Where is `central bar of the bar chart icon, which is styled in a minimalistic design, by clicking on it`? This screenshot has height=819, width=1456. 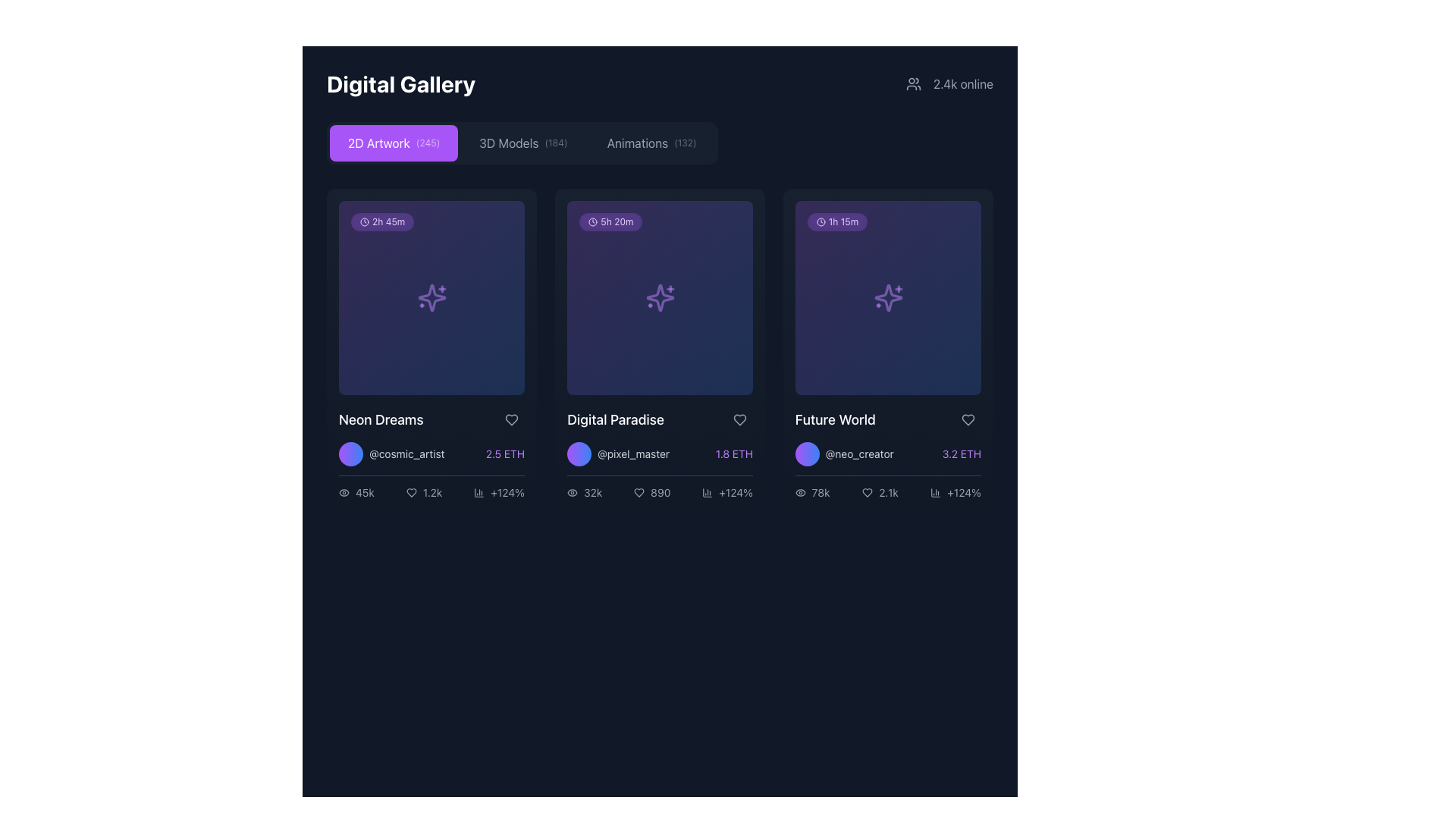 central bar of the bar chart icon, which is styled in a minimalistic design, by clicking on it is located at coordinates (707, 493).